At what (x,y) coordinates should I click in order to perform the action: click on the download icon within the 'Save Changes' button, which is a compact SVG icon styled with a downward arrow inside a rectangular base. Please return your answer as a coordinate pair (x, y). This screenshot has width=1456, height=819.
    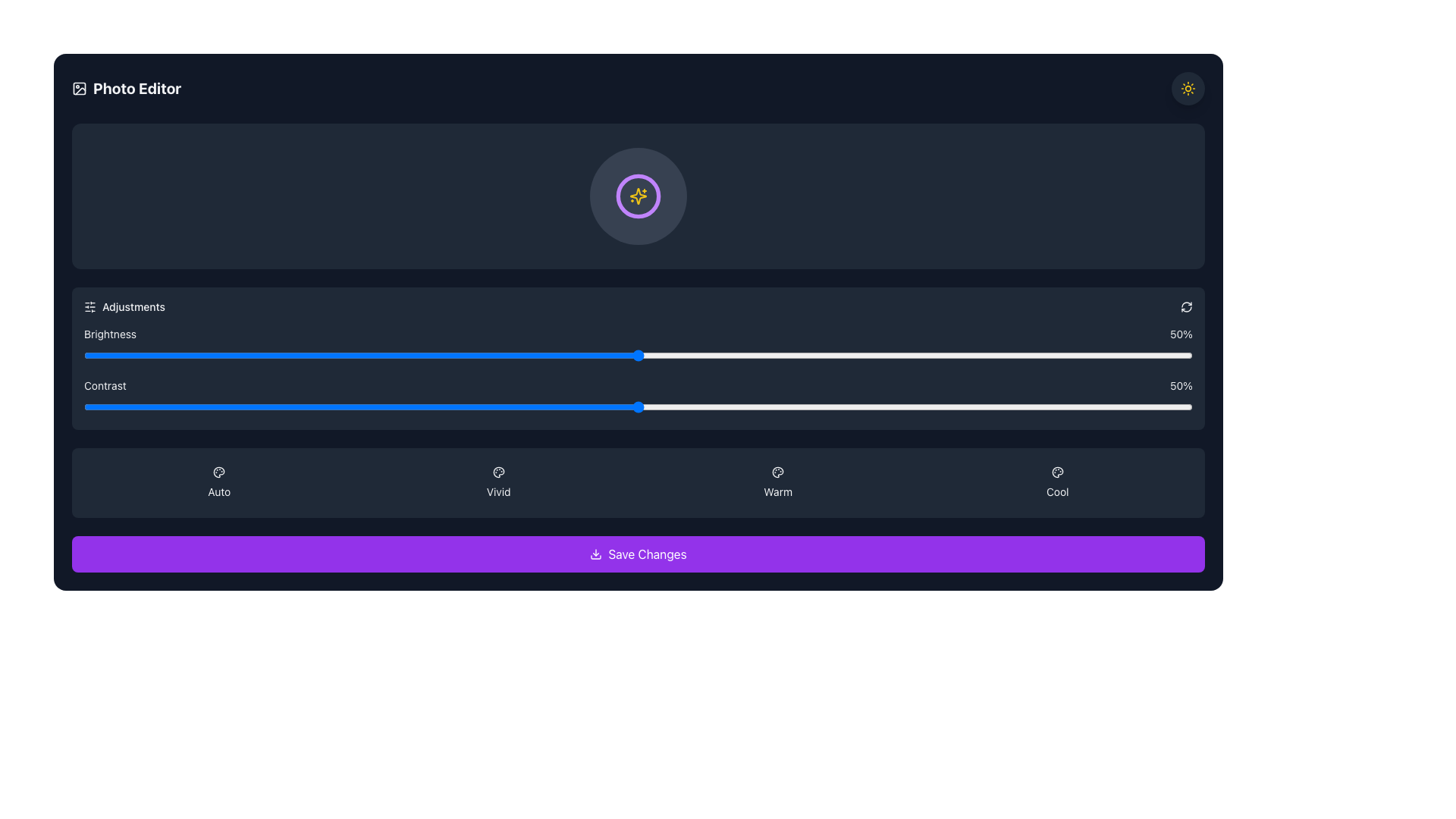
    Looking at the image, I should click on (595, 554).